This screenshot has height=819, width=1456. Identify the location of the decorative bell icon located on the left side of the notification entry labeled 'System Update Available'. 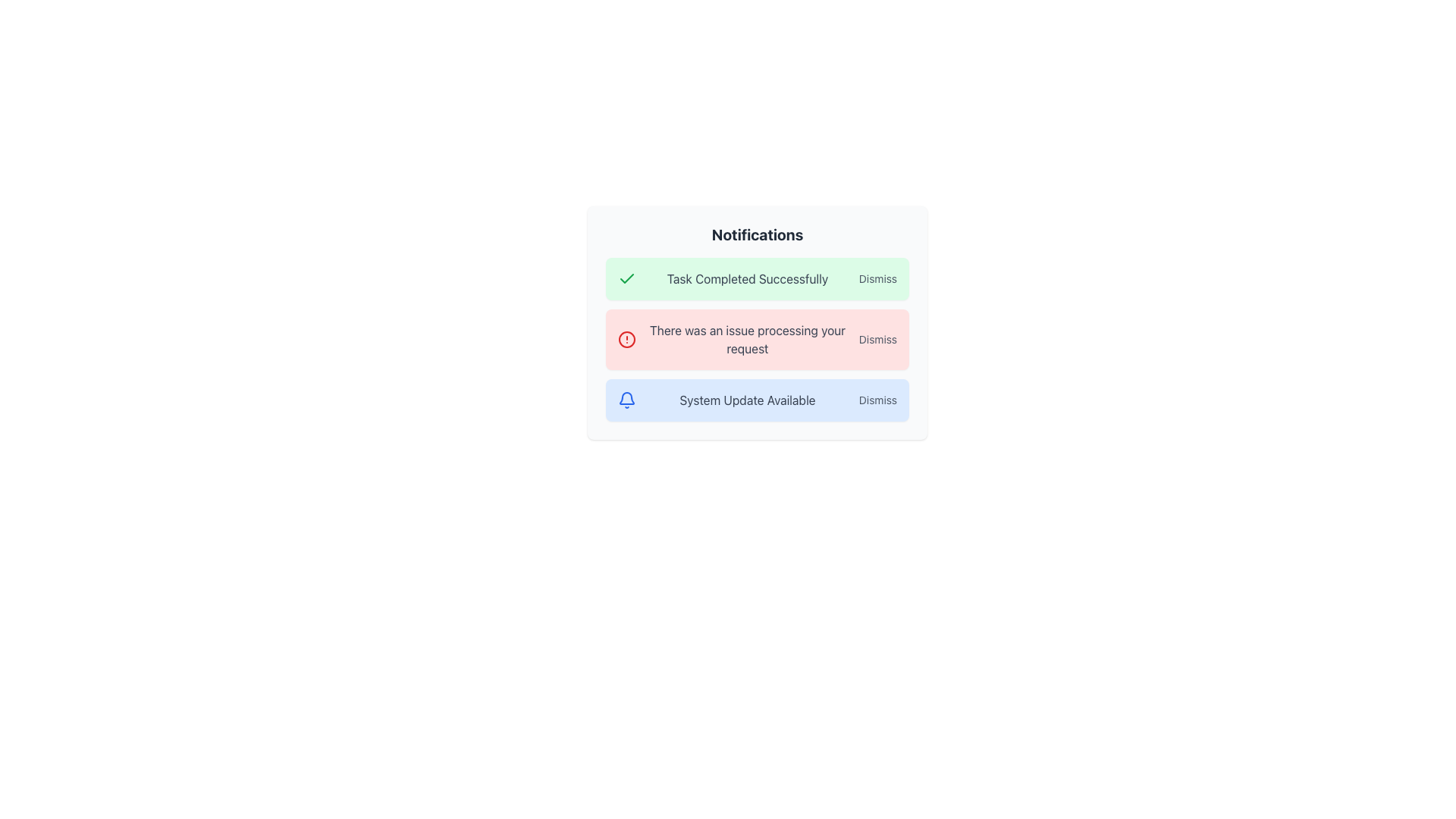
(626, 400).